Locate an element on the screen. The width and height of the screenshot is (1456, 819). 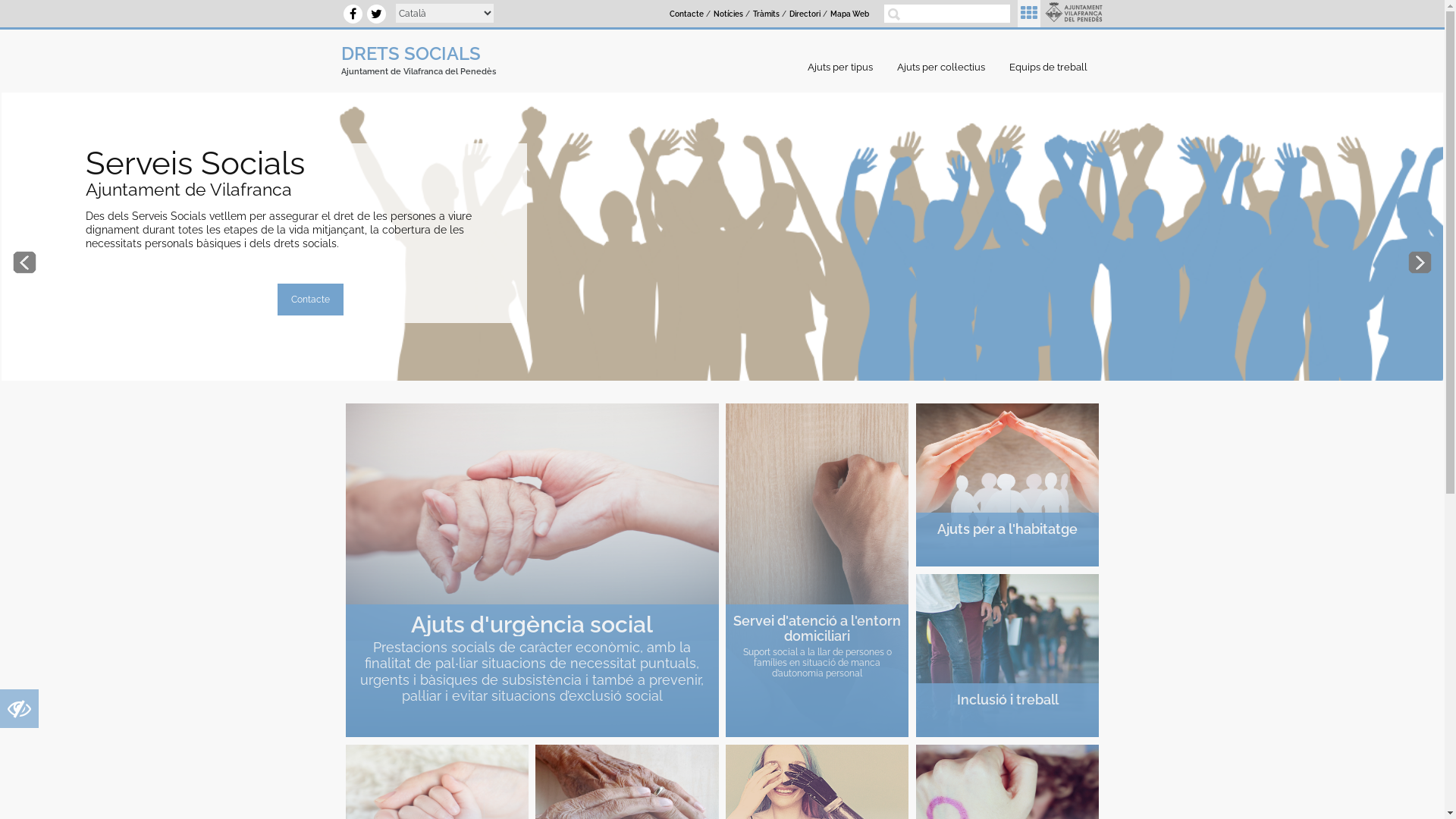
'Contacte' is located at coordinates (309, 299).